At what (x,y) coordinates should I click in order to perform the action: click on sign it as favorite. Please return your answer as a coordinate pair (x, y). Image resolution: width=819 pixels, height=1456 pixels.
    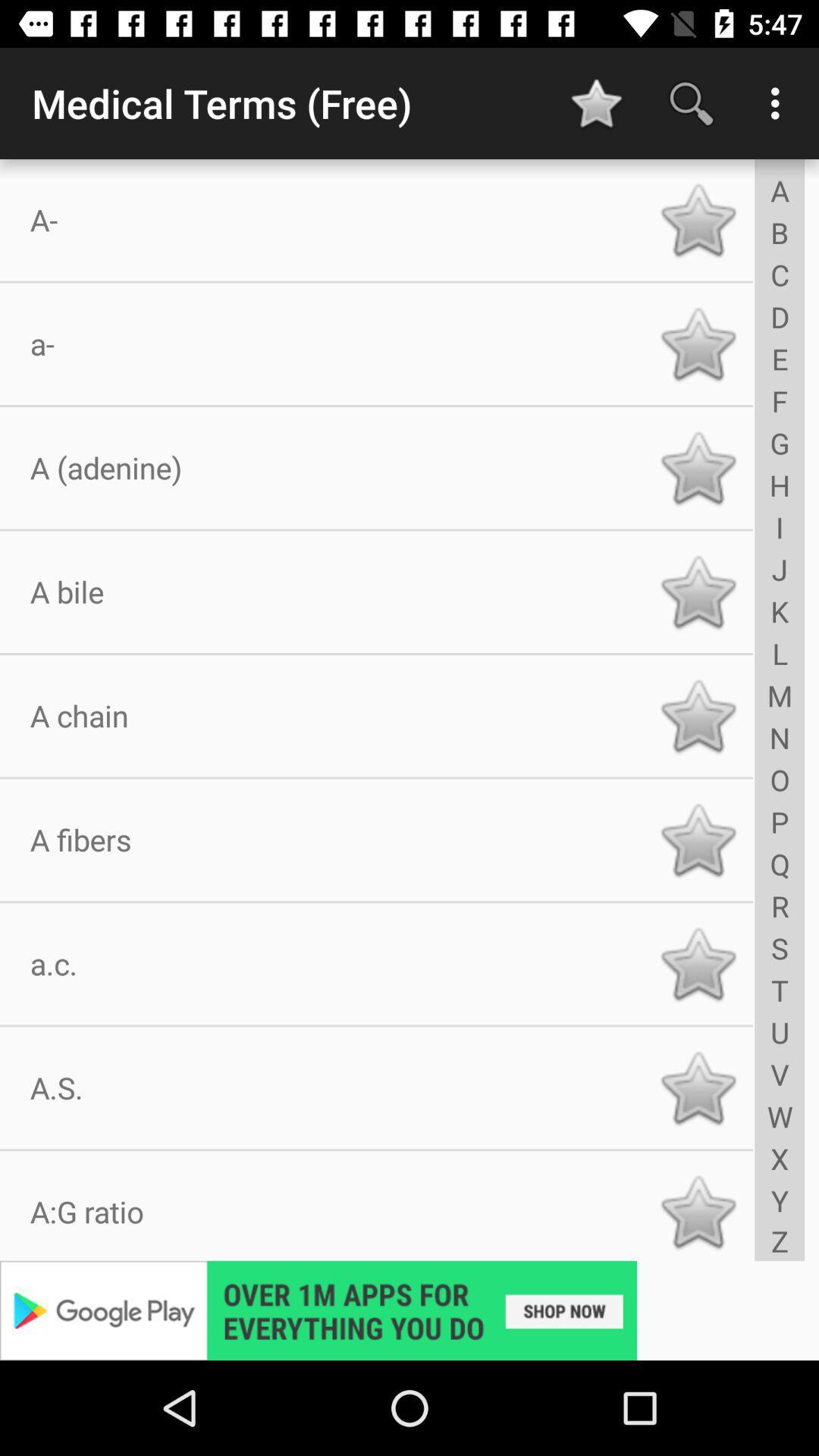
    Looking at the image, I should click on (698, 839).